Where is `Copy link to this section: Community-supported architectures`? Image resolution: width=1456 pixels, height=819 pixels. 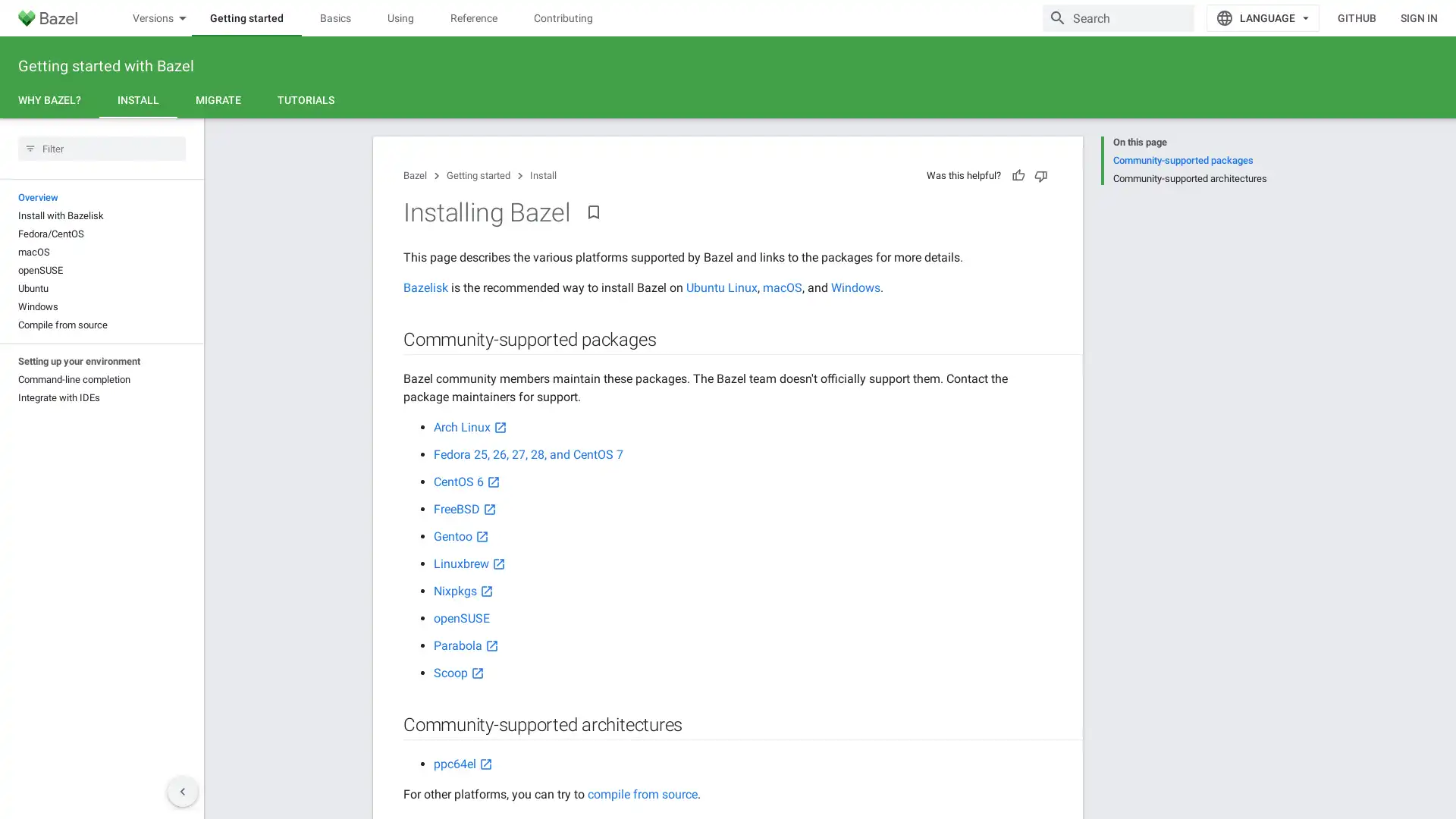
Copy link to this section: Community-supported architectures is located at coordinates (697, 724).